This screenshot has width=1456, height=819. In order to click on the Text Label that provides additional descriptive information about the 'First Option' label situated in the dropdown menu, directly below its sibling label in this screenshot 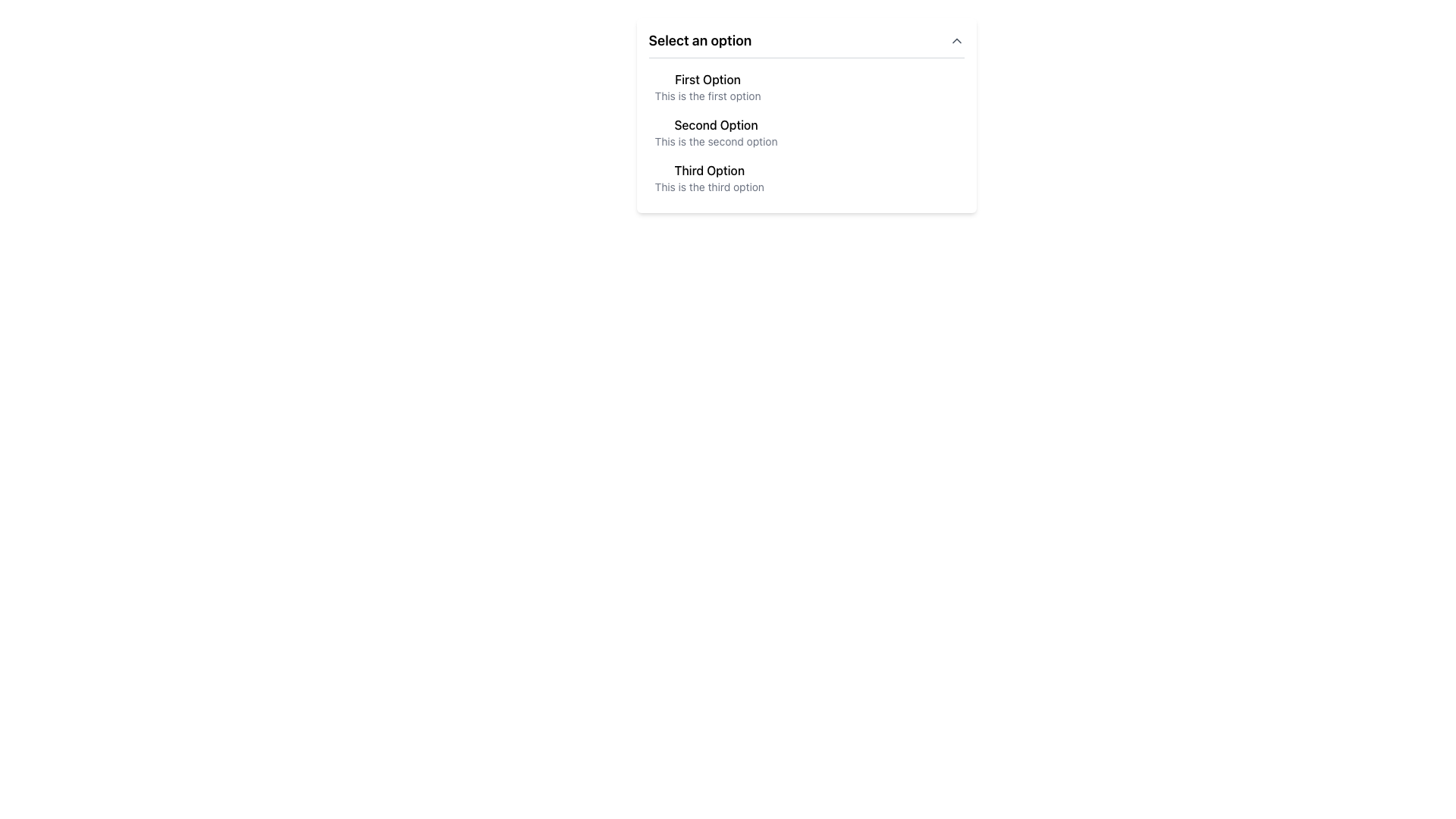, I will do `click(707, 96)`.